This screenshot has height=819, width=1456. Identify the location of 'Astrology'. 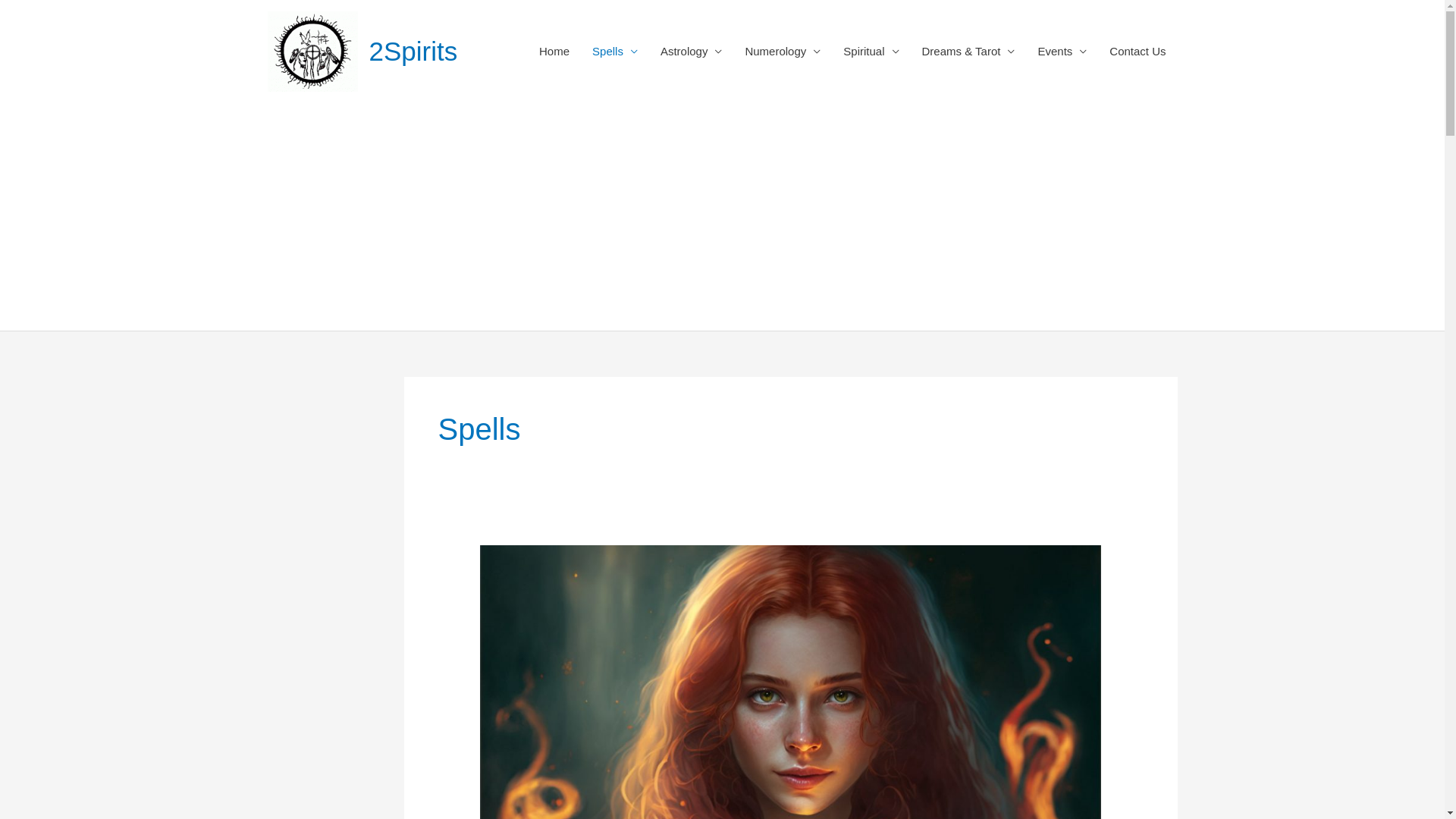
(691, 51).